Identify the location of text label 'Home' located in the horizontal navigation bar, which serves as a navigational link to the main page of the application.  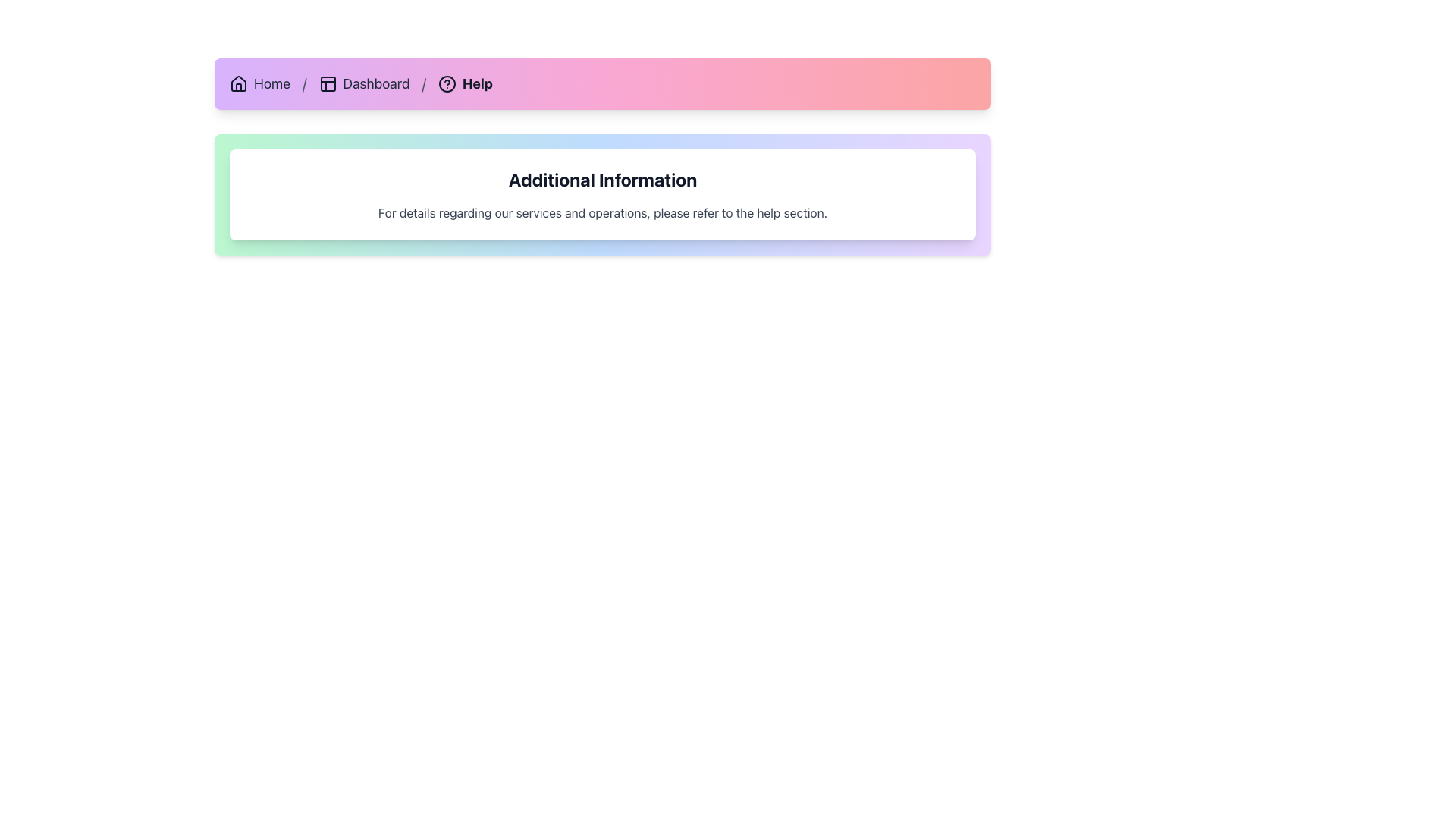
(272, 84).